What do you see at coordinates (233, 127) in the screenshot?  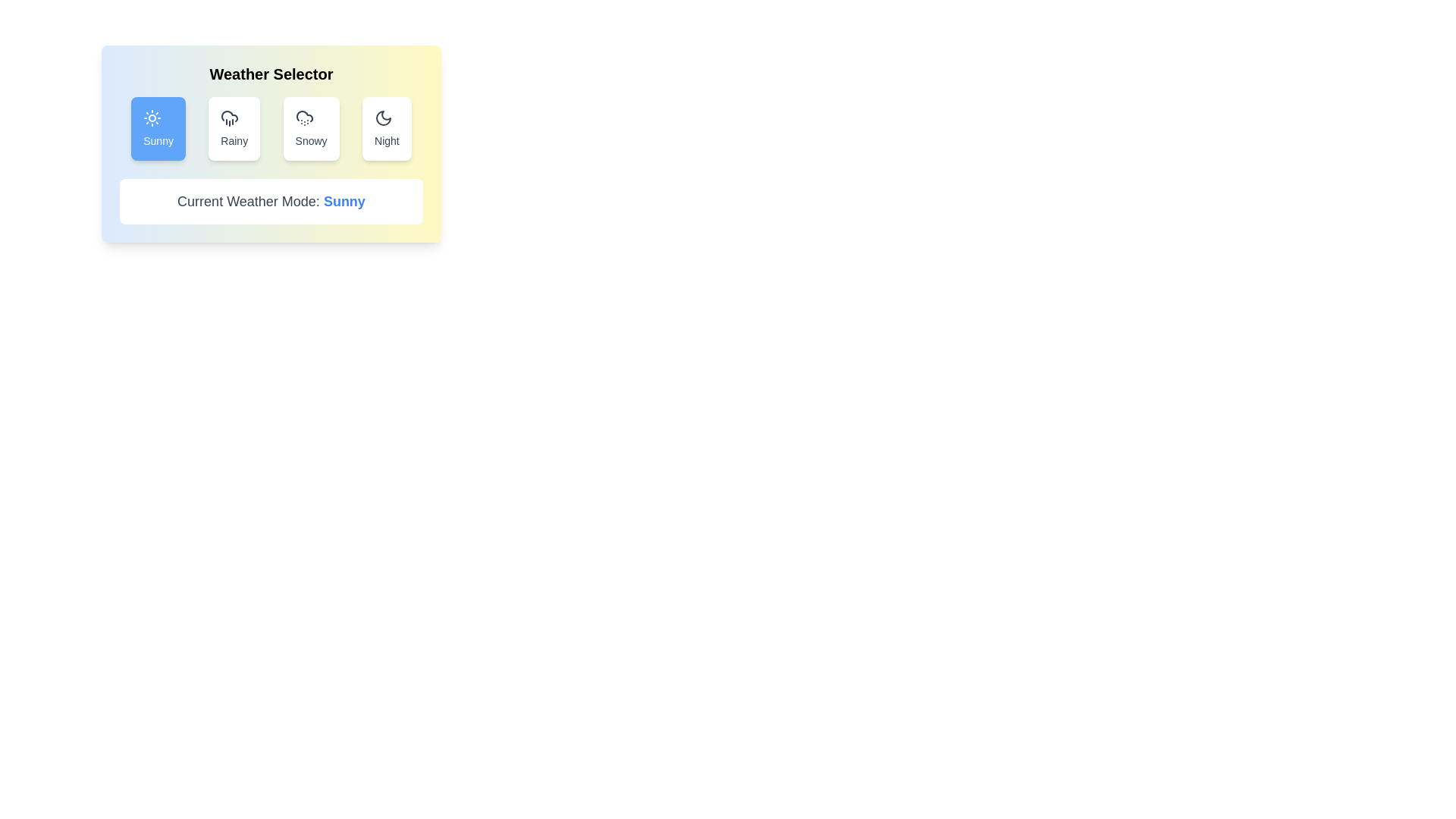 I see `the weather option Rainy by clicking its corresponding button` at bounding box center [233, 127].